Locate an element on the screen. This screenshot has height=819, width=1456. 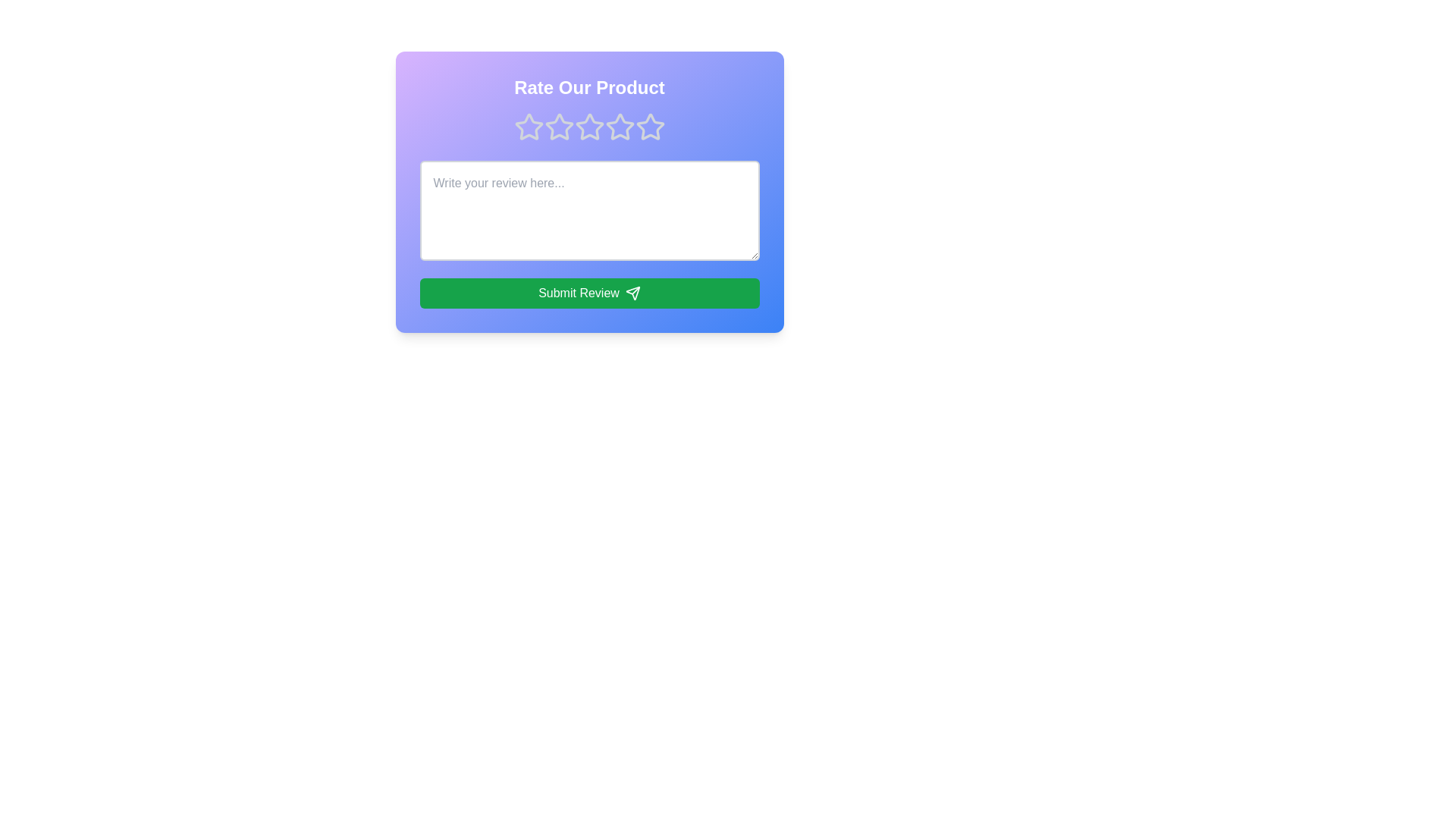
the second star in the horizontal group of five stars is located at coordinates (558, 127).